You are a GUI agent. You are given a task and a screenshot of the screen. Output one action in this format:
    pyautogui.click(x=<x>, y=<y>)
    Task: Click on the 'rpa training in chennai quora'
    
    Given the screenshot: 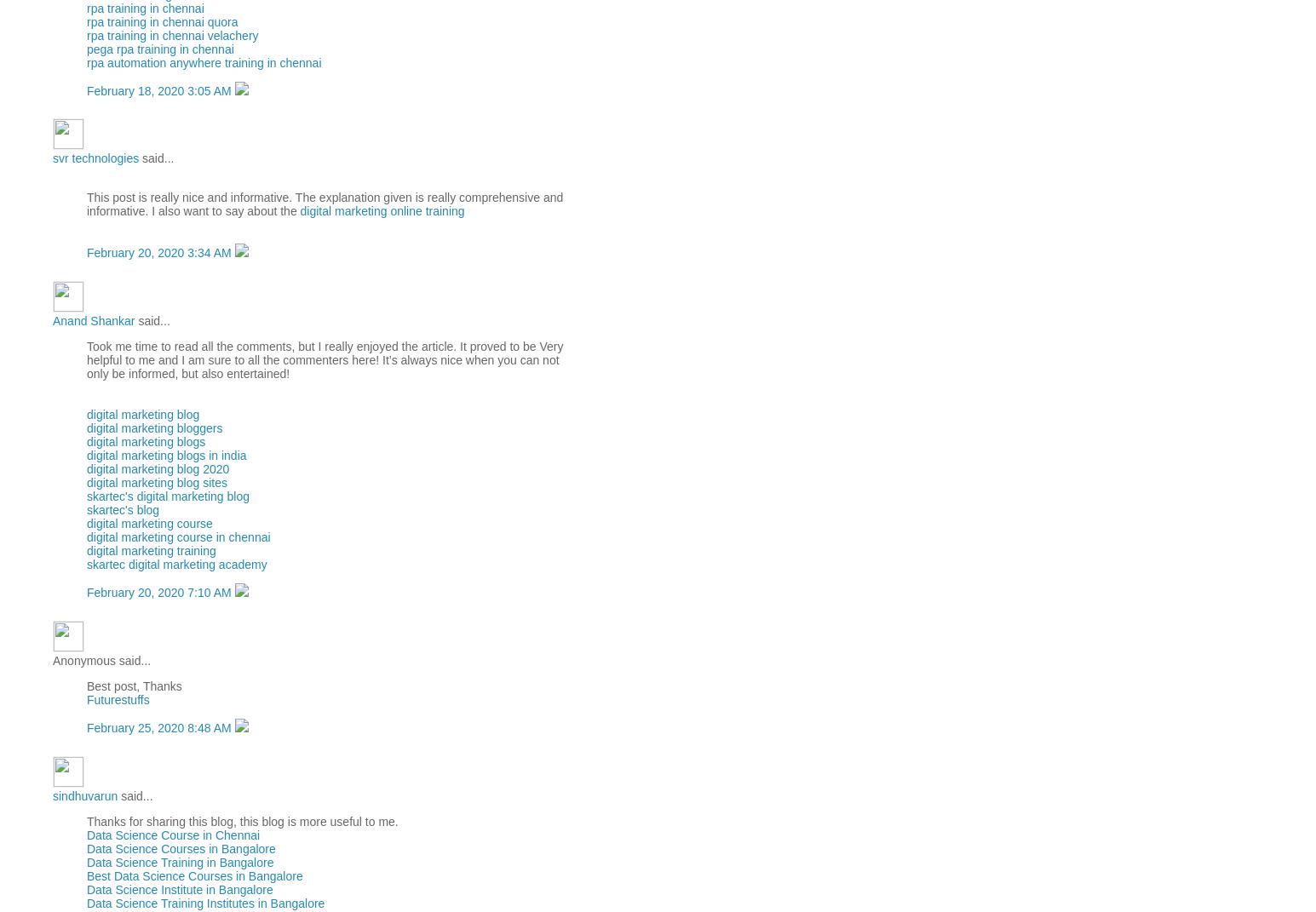 What is the action you would take?
    pyautogui.click(x=162, y=20)
    